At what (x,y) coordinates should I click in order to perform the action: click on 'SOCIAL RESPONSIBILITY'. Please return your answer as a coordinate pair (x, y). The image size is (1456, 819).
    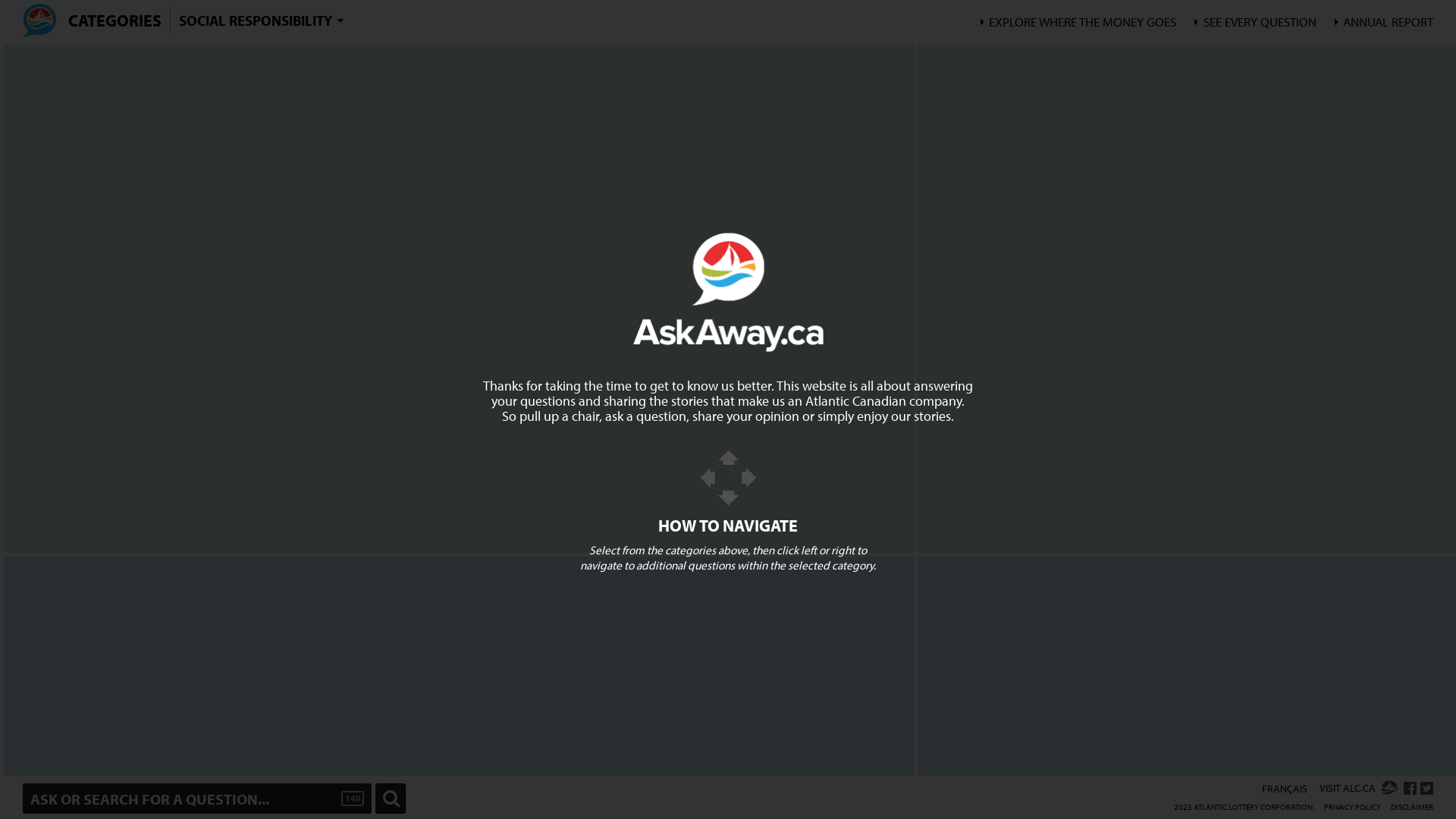
    Looking at the image, I should click on (260, 20).